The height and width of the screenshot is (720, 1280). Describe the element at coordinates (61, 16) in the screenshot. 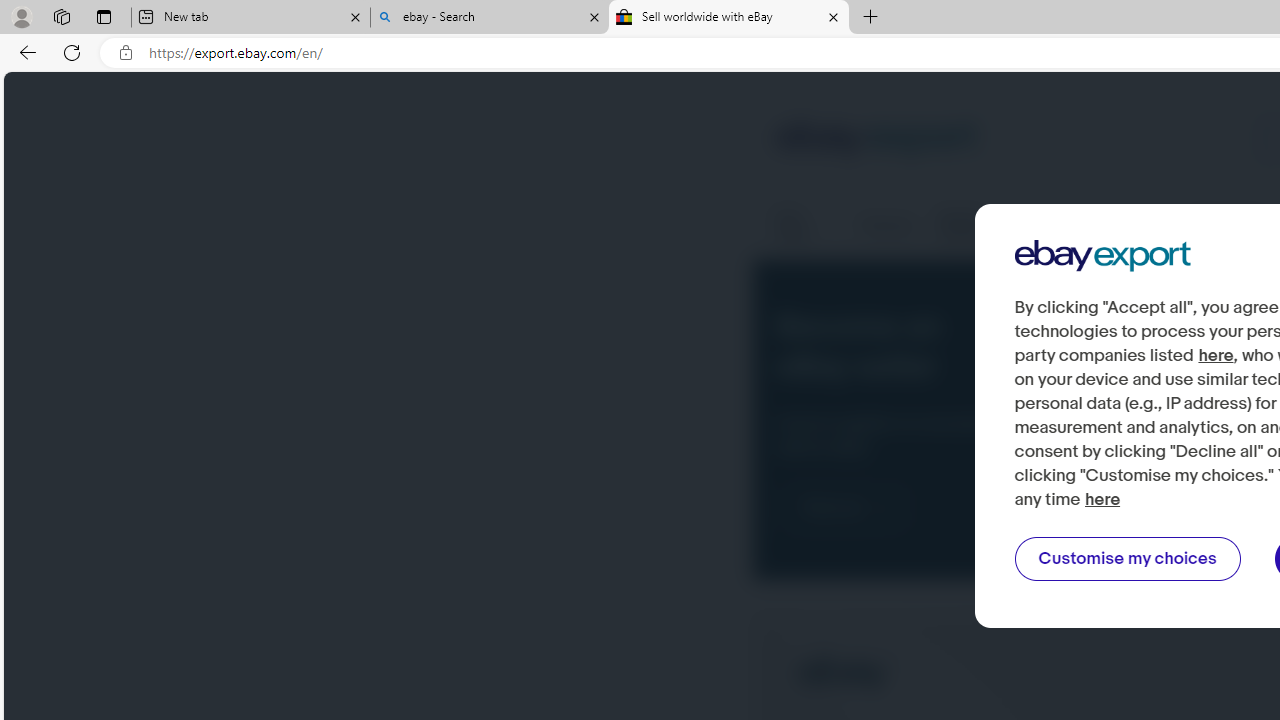

I see `'Workspaces'` at that location.